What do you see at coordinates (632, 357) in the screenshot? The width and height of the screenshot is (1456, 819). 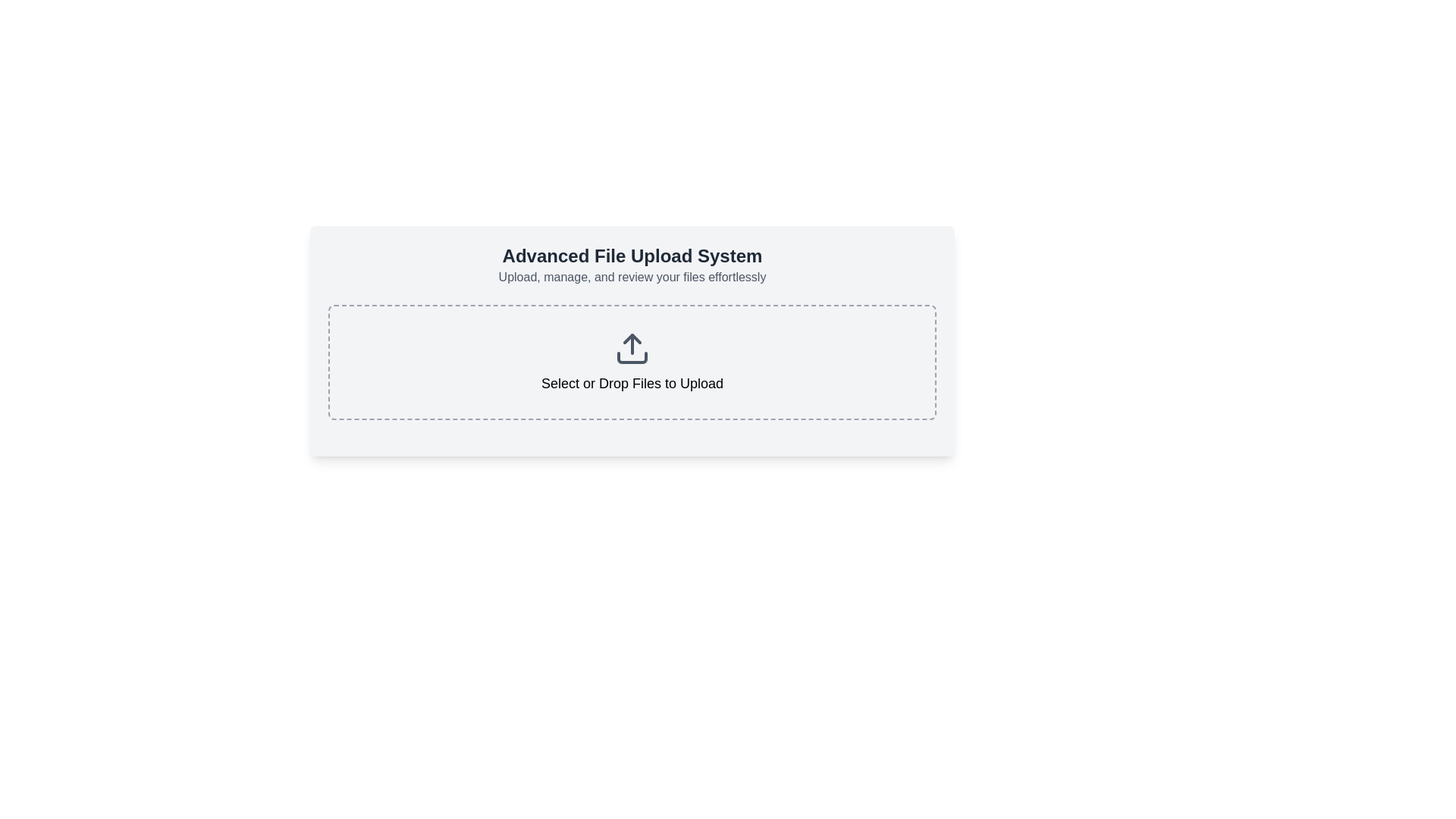 I see `the graphical decorative element that serves as the base tray of the upload icon, located centrally within the upload area` at bounding box center [632, 357].